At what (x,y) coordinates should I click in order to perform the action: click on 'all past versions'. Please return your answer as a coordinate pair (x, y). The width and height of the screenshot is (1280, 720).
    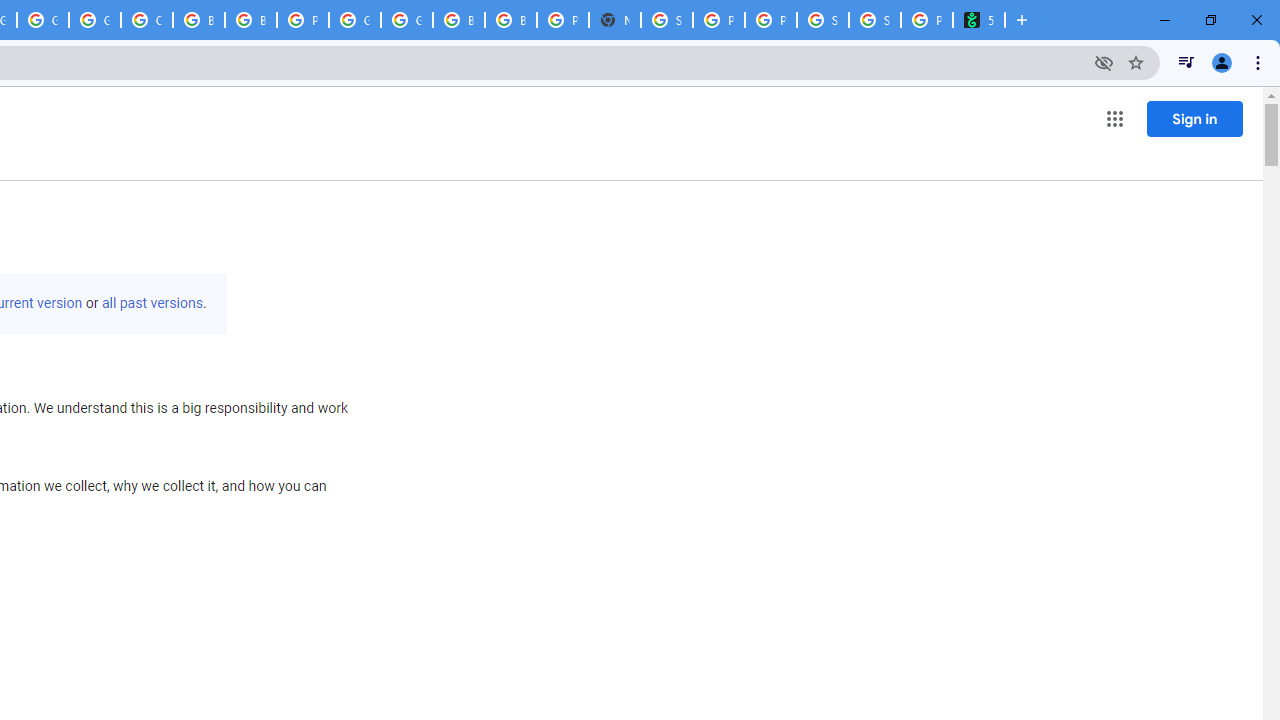
    Looking at the image, I should click on (151, 303).